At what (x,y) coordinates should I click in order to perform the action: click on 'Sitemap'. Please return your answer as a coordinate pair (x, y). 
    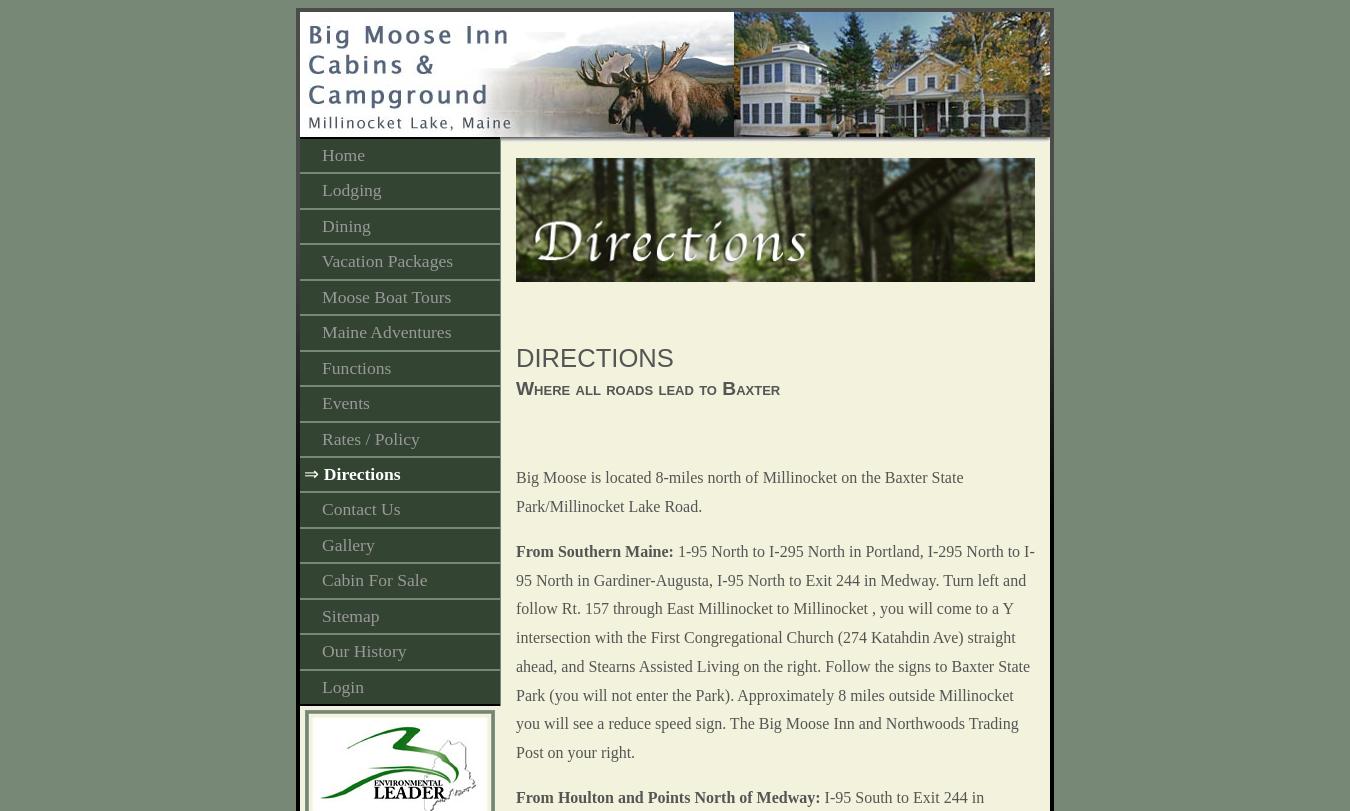
    Looking at the image, I should click on (350, 613).